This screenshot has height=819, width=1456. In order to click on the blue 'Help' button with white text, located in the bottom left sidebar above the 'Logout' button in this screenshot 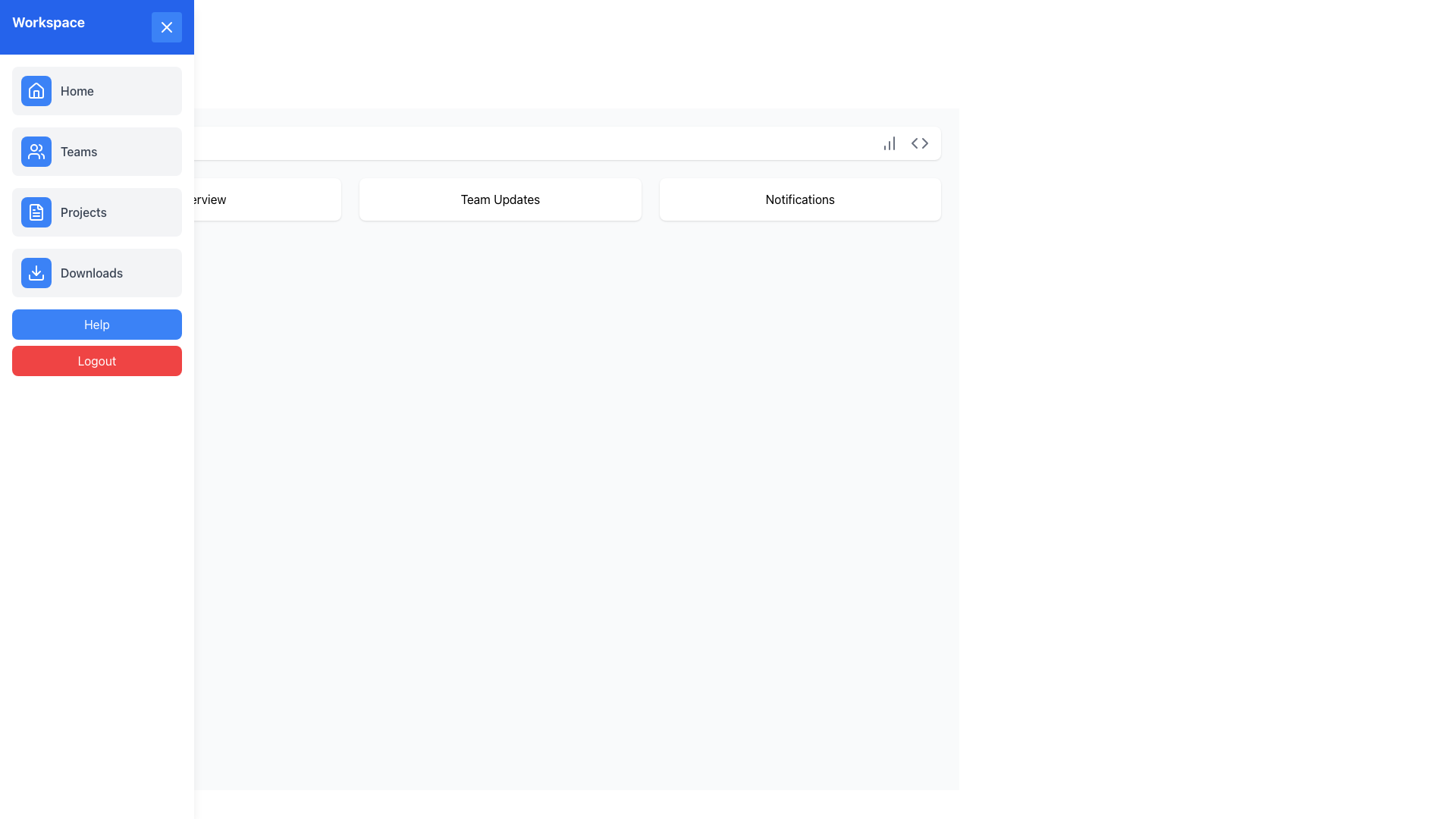, I will do `click(96, 324)`.